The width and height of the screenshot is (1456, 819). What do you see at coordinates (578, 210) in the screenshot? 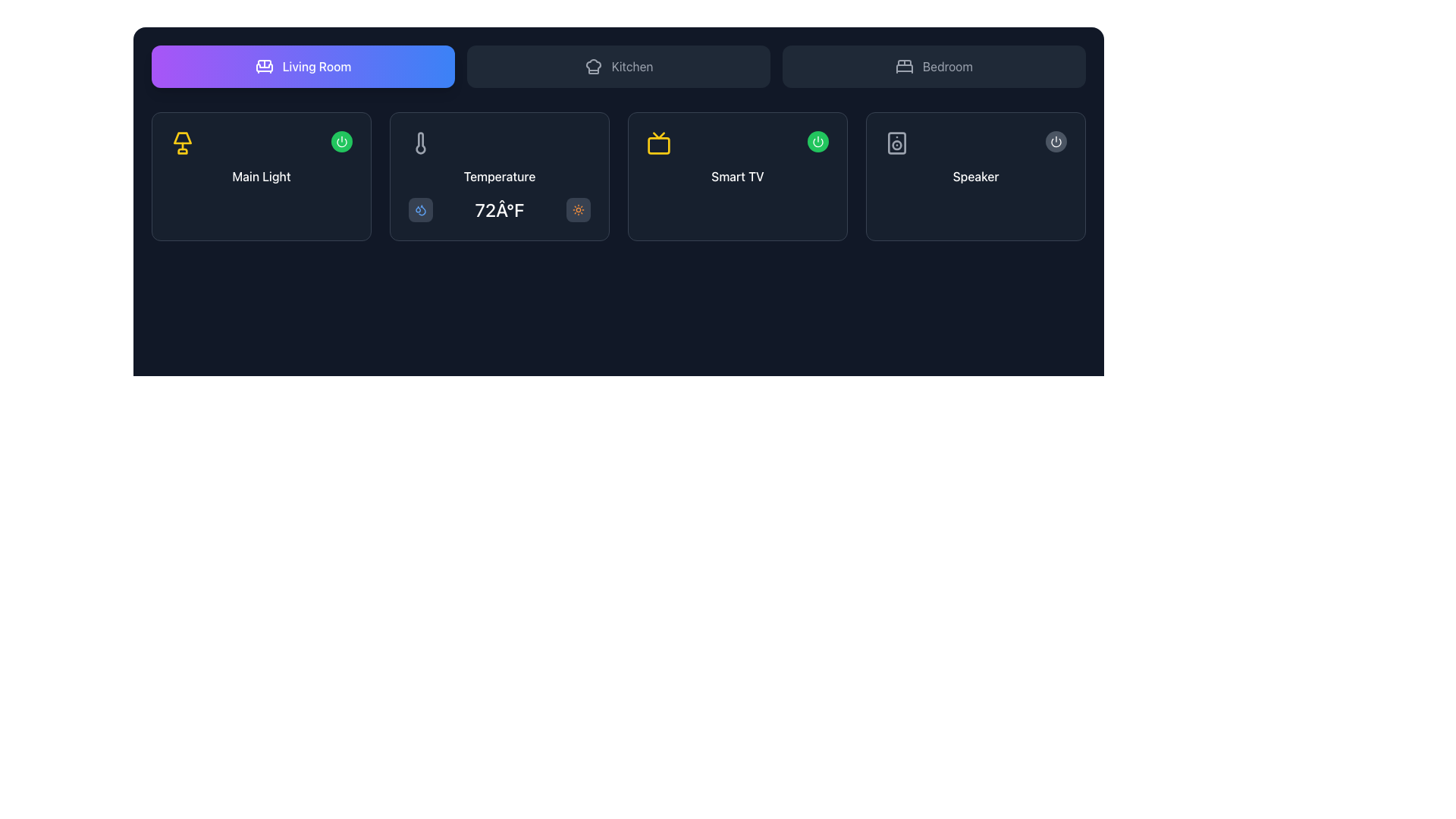
I see `the vibrant orange sun icon button located in the top-center of the interface within the 'Temperature' section of the 'Living Room' panel` at bounding box center [578, 210].